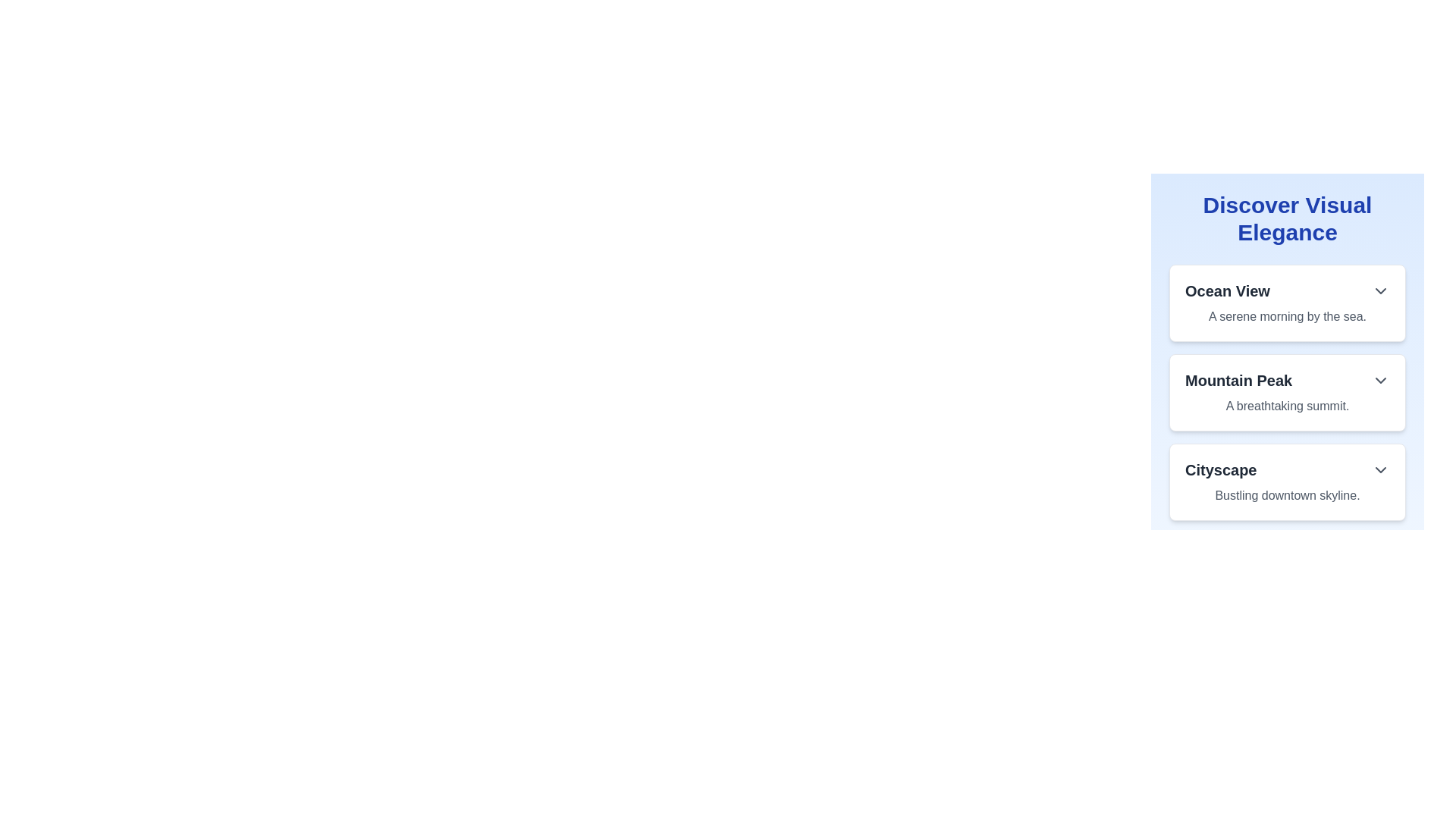 This screenshot has width=1456, height=819. Describe the element at coordinates (1287, 391) in the screenshot. I see `the second informational card` at that location.